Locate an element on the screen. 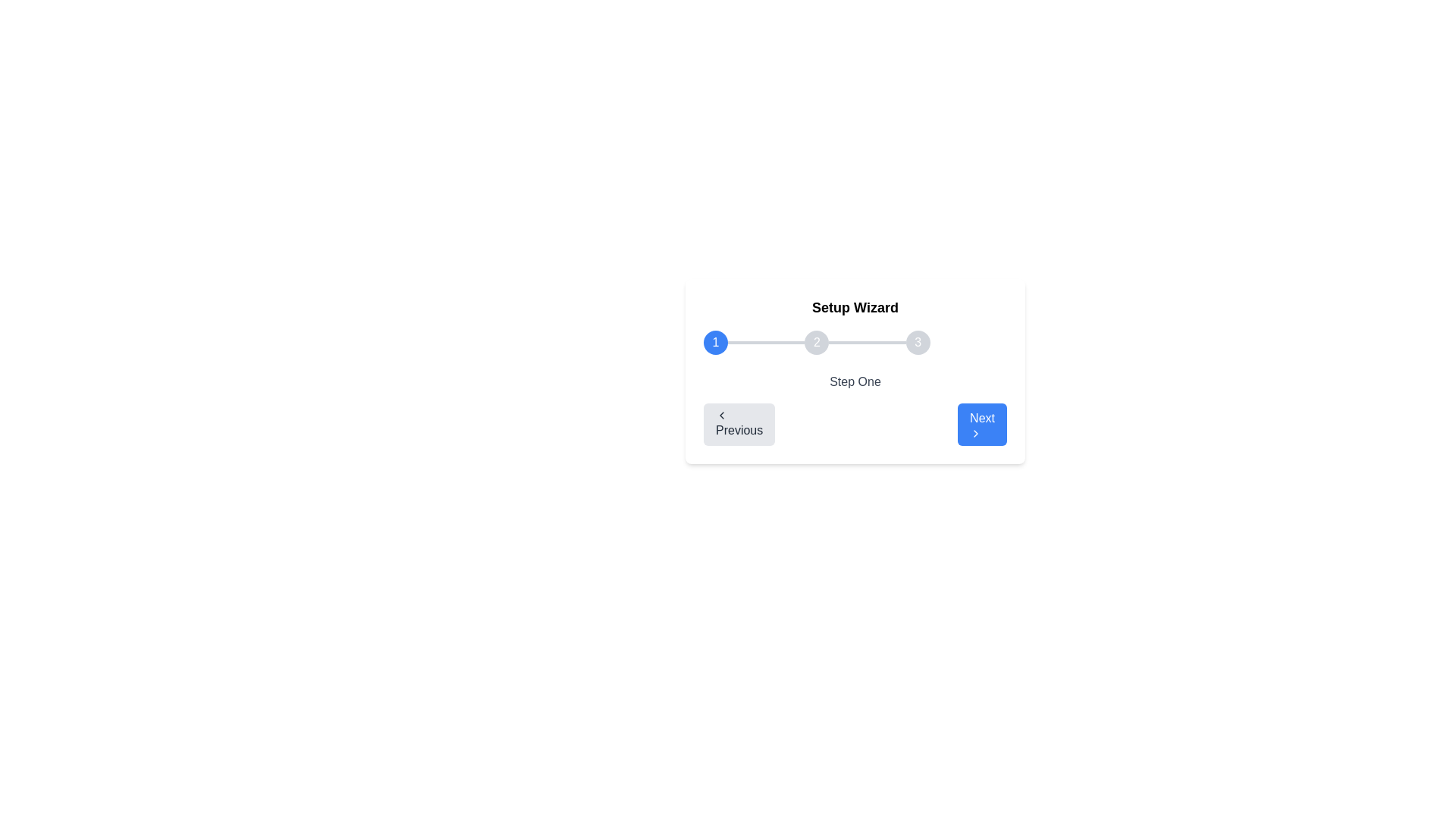 The image size is (1456, 819). second step indicator of the multi-step progress bar, which visually highlights the current progress in the wizard is located at coordinates (855, 342).